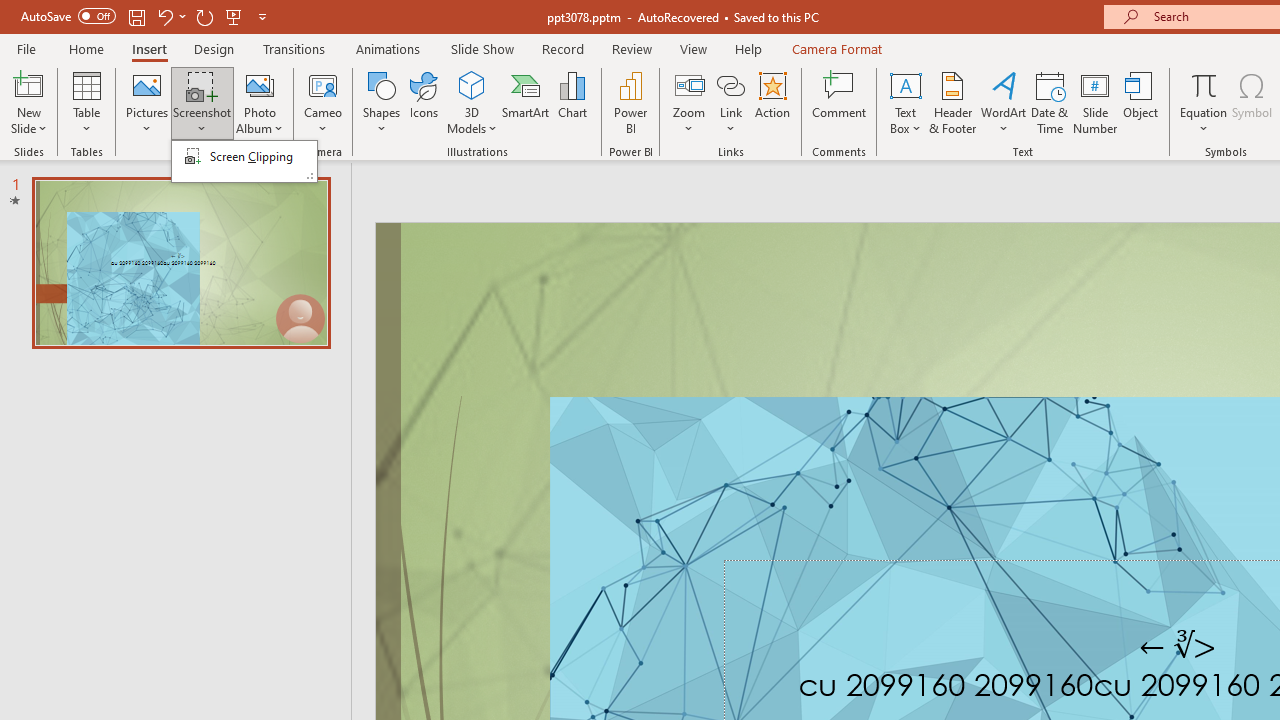 Image resolution: width=1280 pixels, height=720 pixels. I want to click on 'Power BI', so click(630, 103).